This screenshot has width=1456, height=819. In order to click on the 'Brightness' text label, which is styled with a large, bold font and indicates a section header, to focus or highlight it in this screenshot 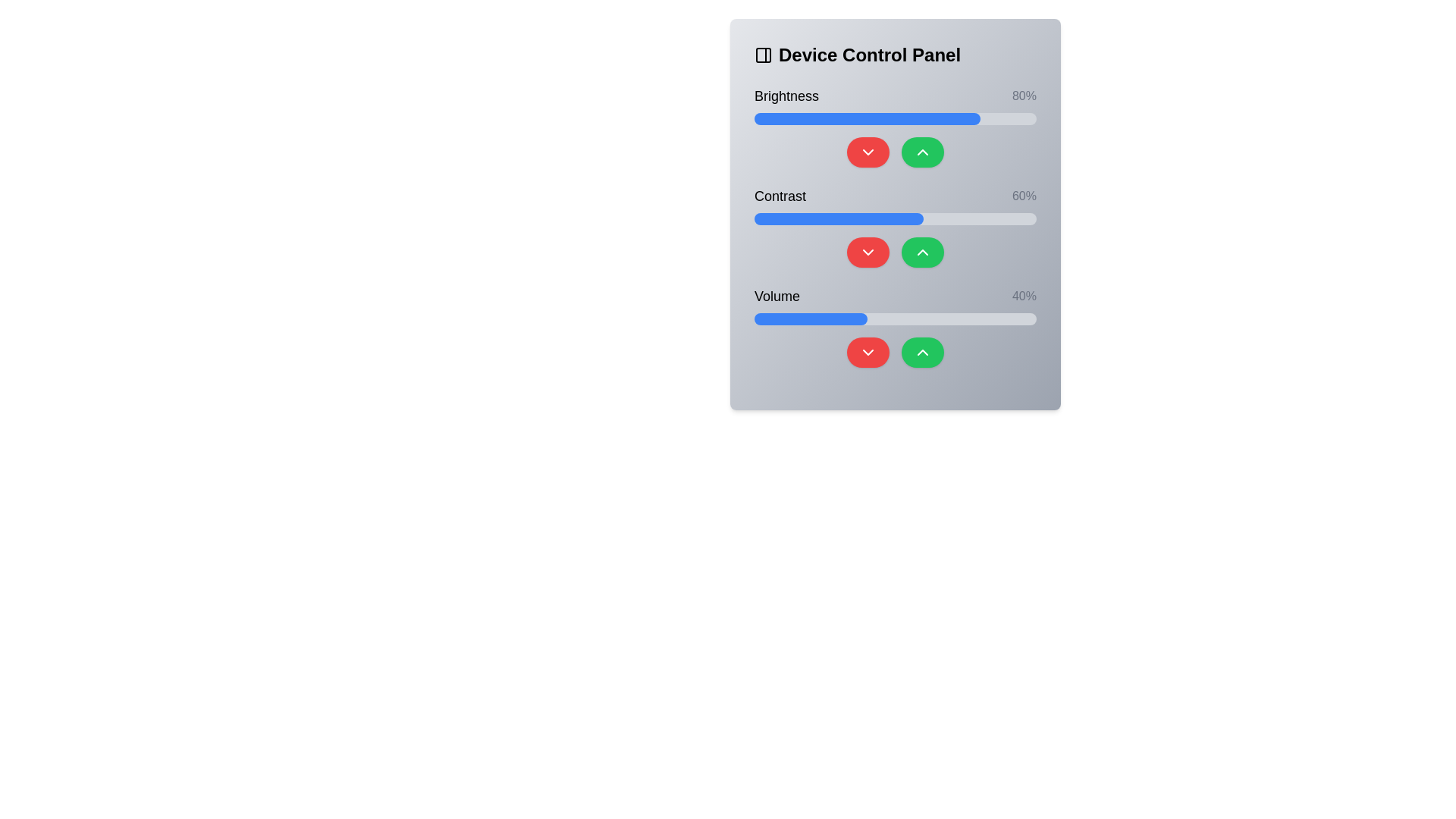, I will do `click(786, 96)`.